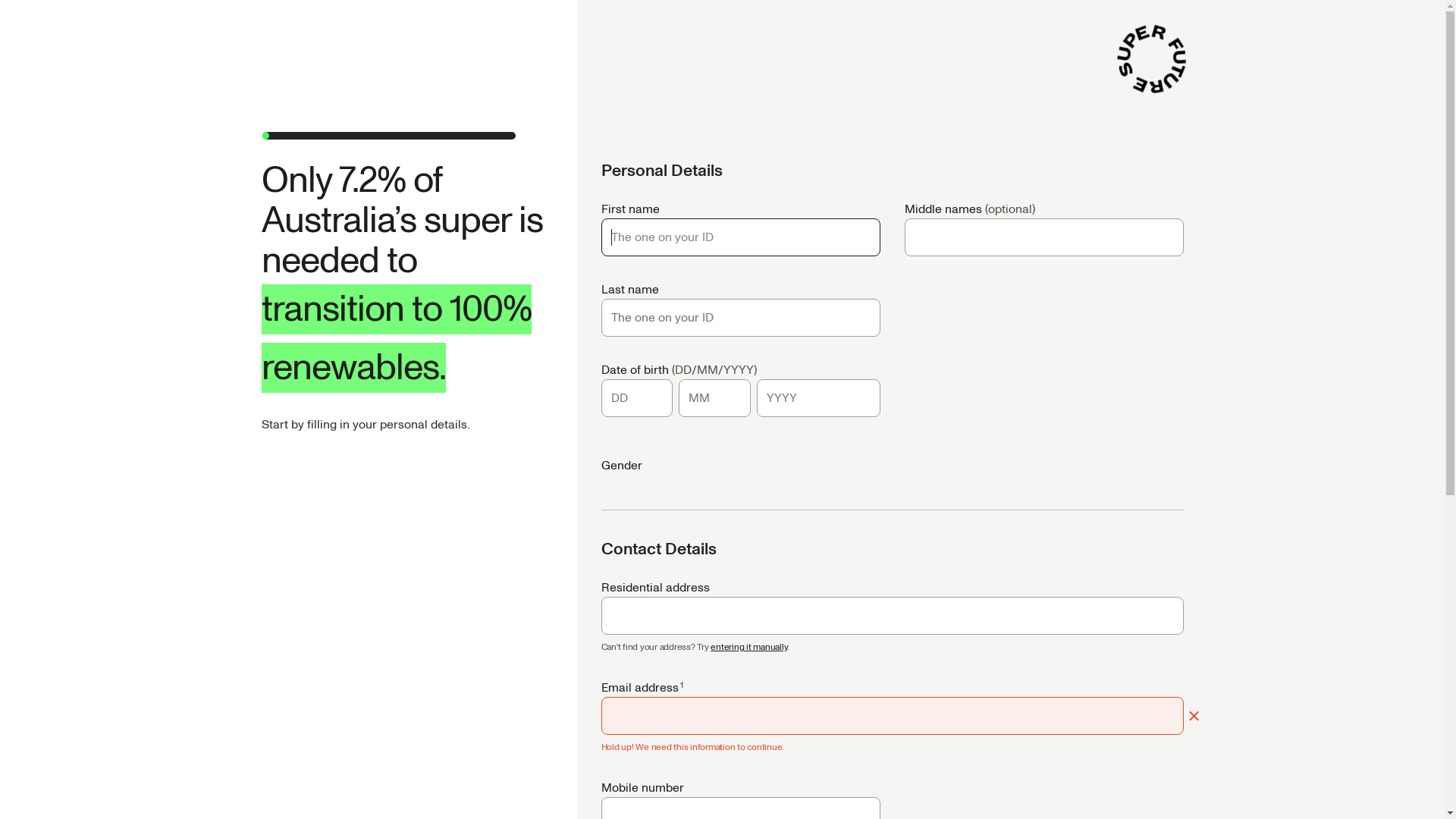  What do you see at coordinates (748, 647) in the screenshot?
I see `'entering it manually'` at bounding box center [748, 647].